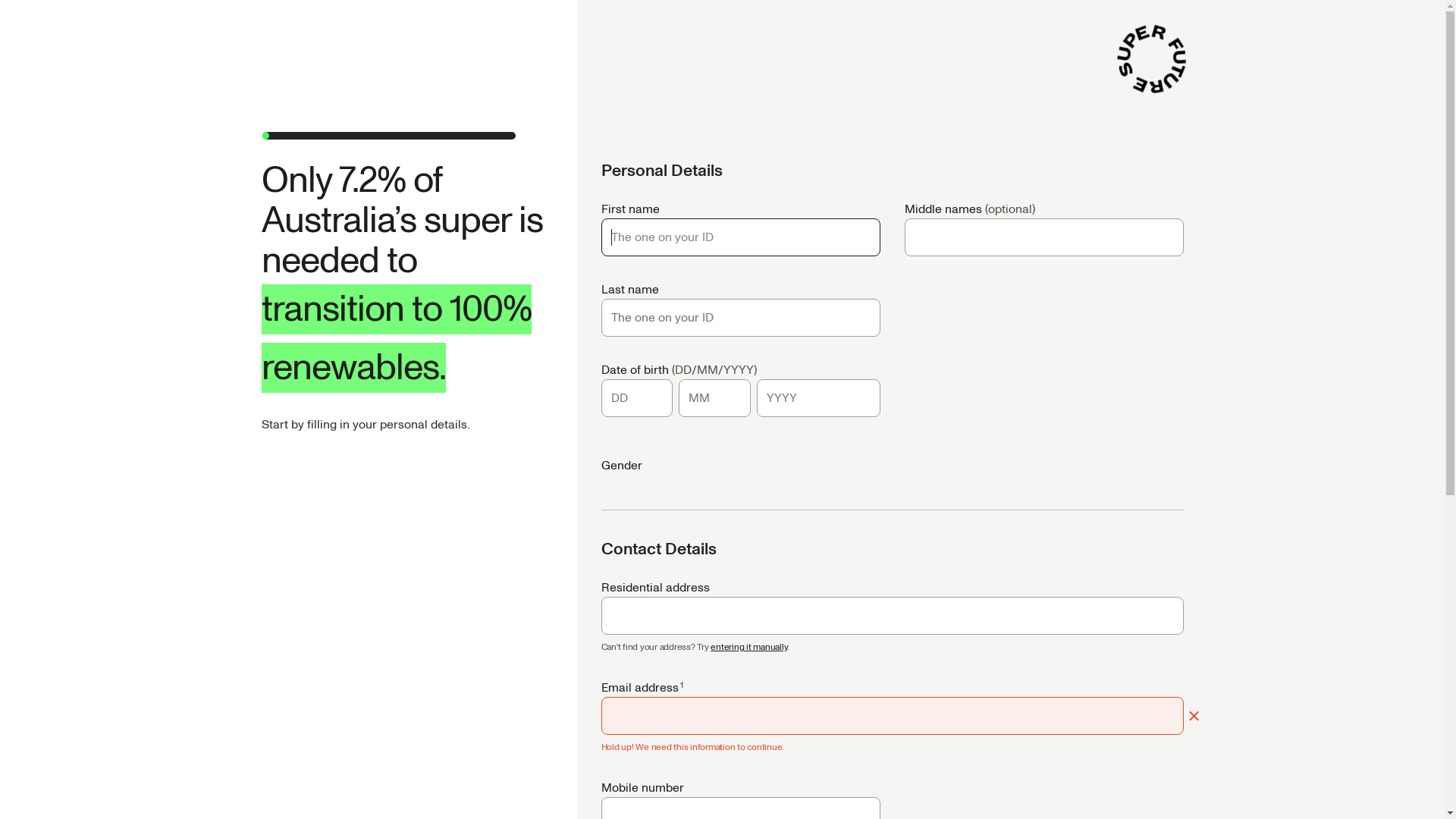  What do you see at coordinates (748, 647) in the screenshot?
I see `'entering it manually'` at bounding box center [748, 647].